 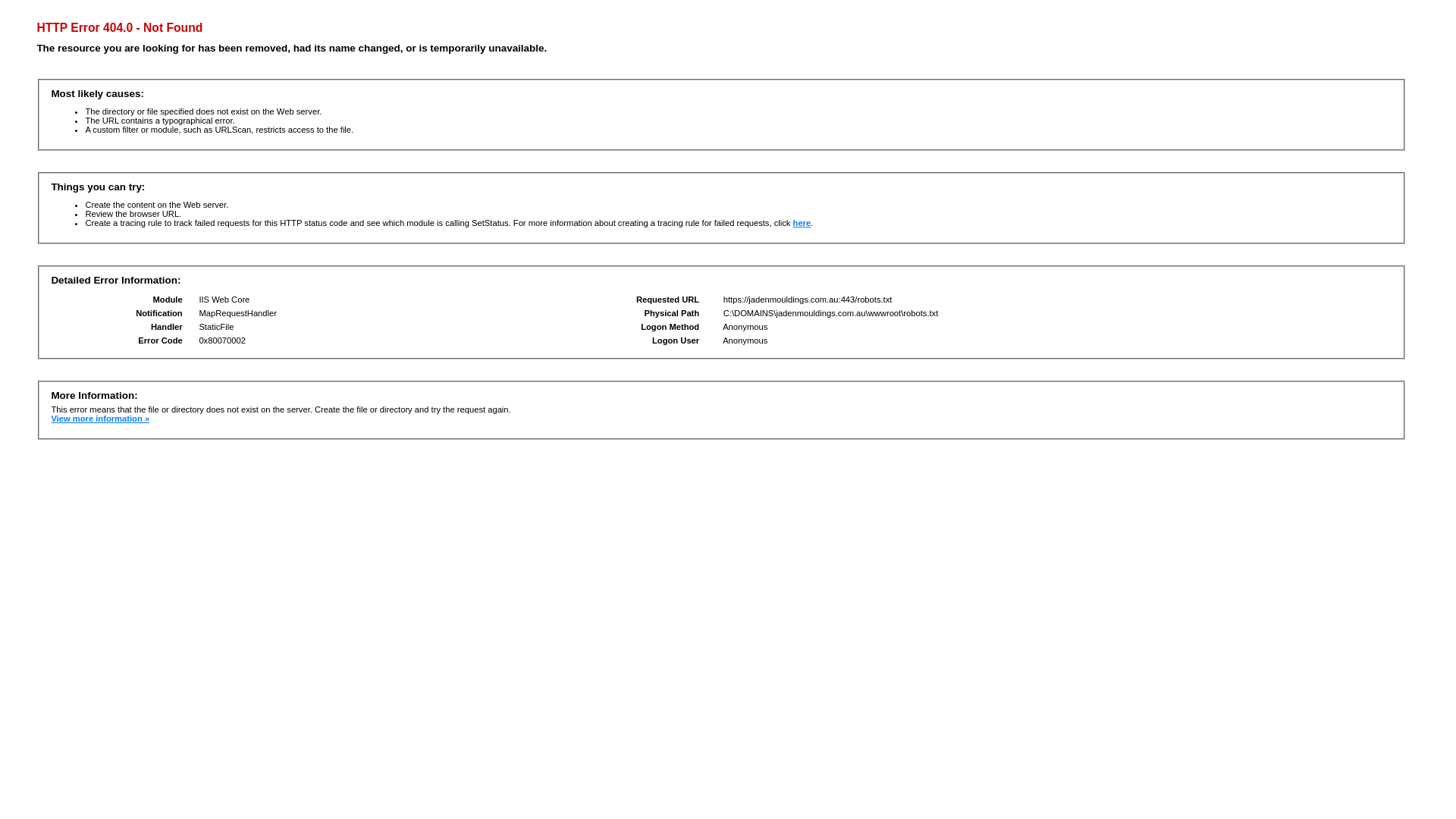 What do you see at coordinates (801, 222) in the screenshot?
I see `'here'` at bounding box center [801, 222].